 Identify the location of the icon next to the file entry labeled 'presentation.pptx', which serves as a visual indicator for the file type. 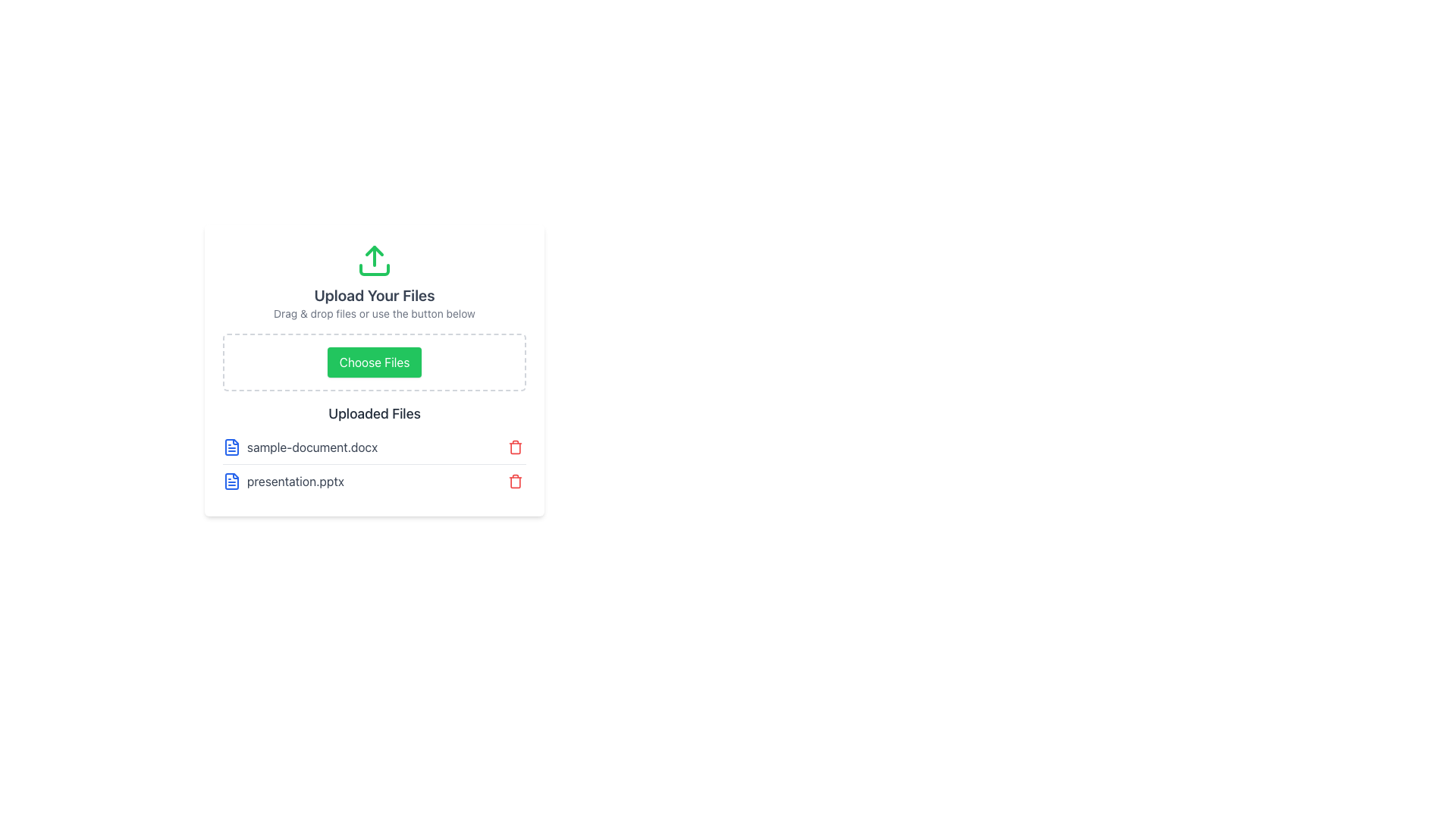
(231, 482).